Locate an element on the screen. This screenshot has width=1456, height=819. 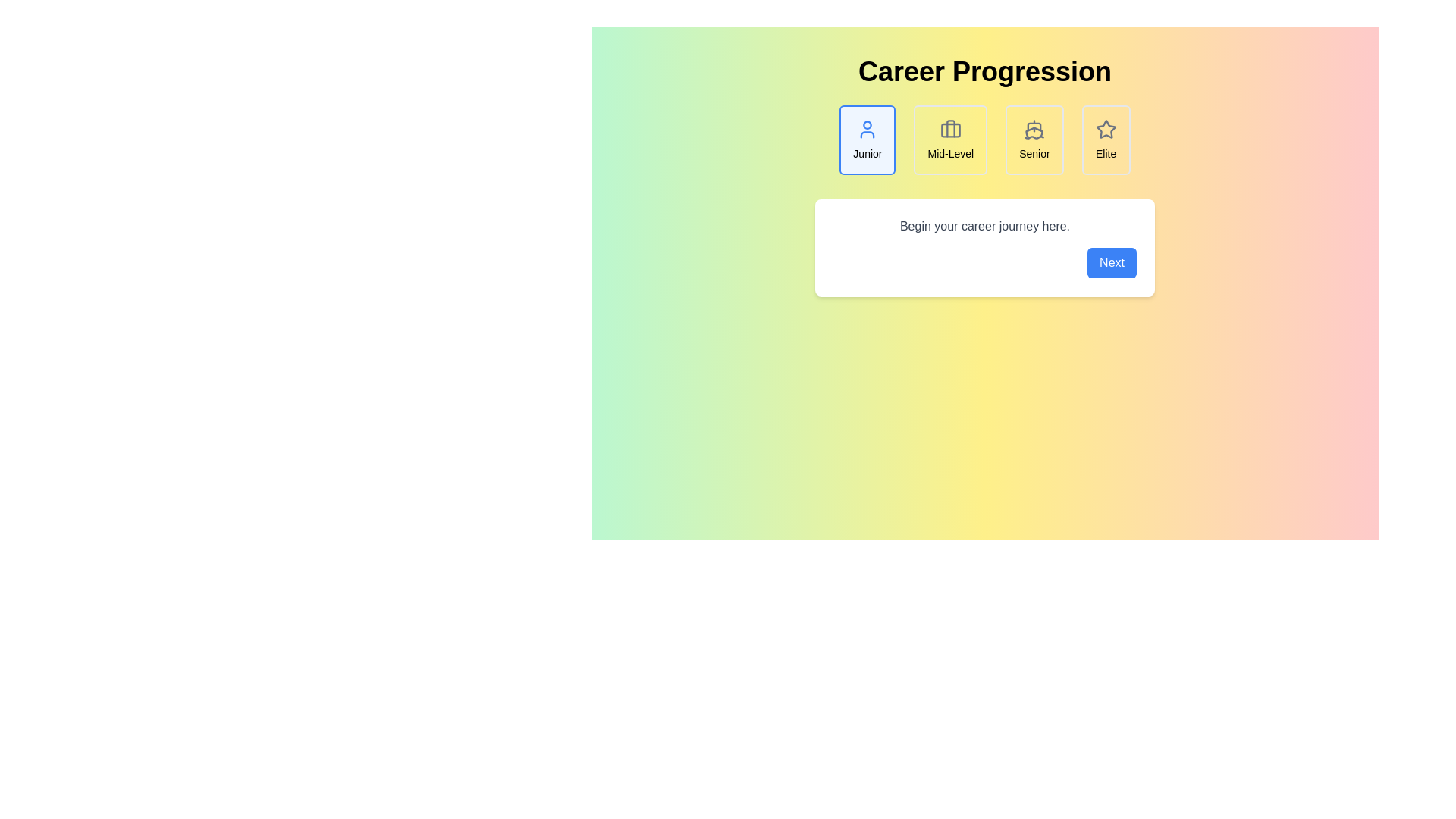
the Senior career step to view its details is located at coordinates (1033, 140).